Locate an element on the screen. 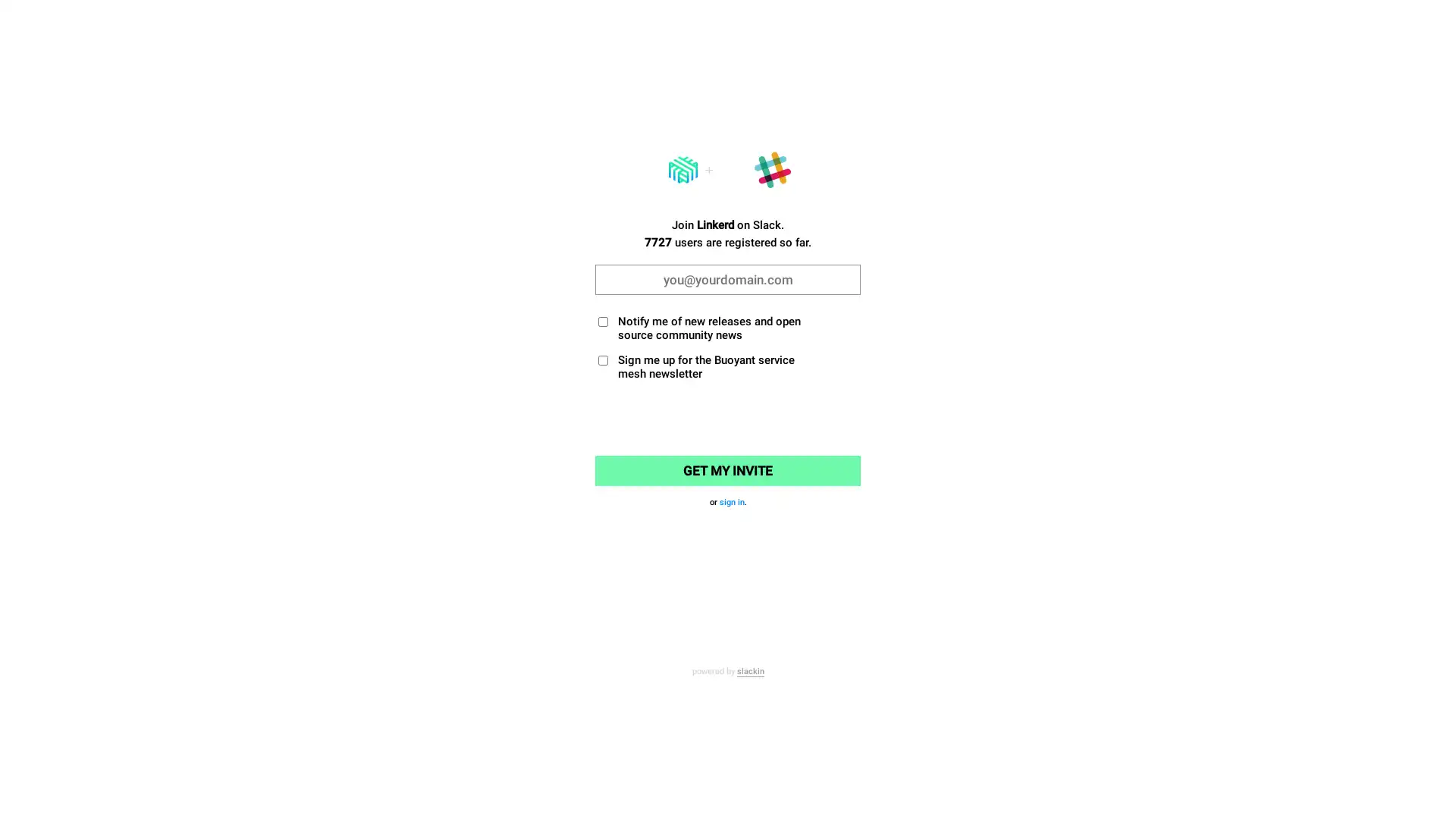  GET MY INVITE is located at coordinates (728, 470).